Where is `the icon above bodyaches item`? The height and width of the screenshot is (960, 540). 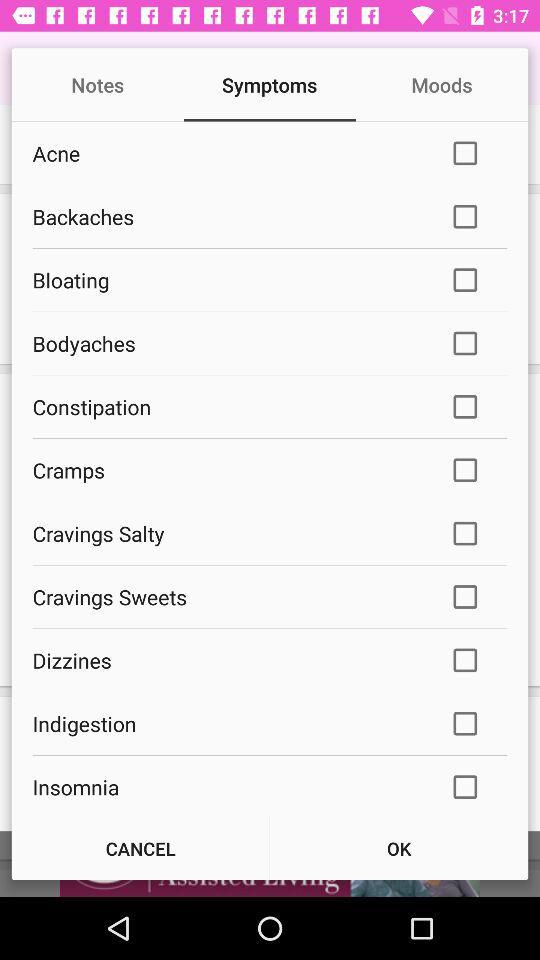 the icon above bodyaches item is located at coordinates (226, 279).